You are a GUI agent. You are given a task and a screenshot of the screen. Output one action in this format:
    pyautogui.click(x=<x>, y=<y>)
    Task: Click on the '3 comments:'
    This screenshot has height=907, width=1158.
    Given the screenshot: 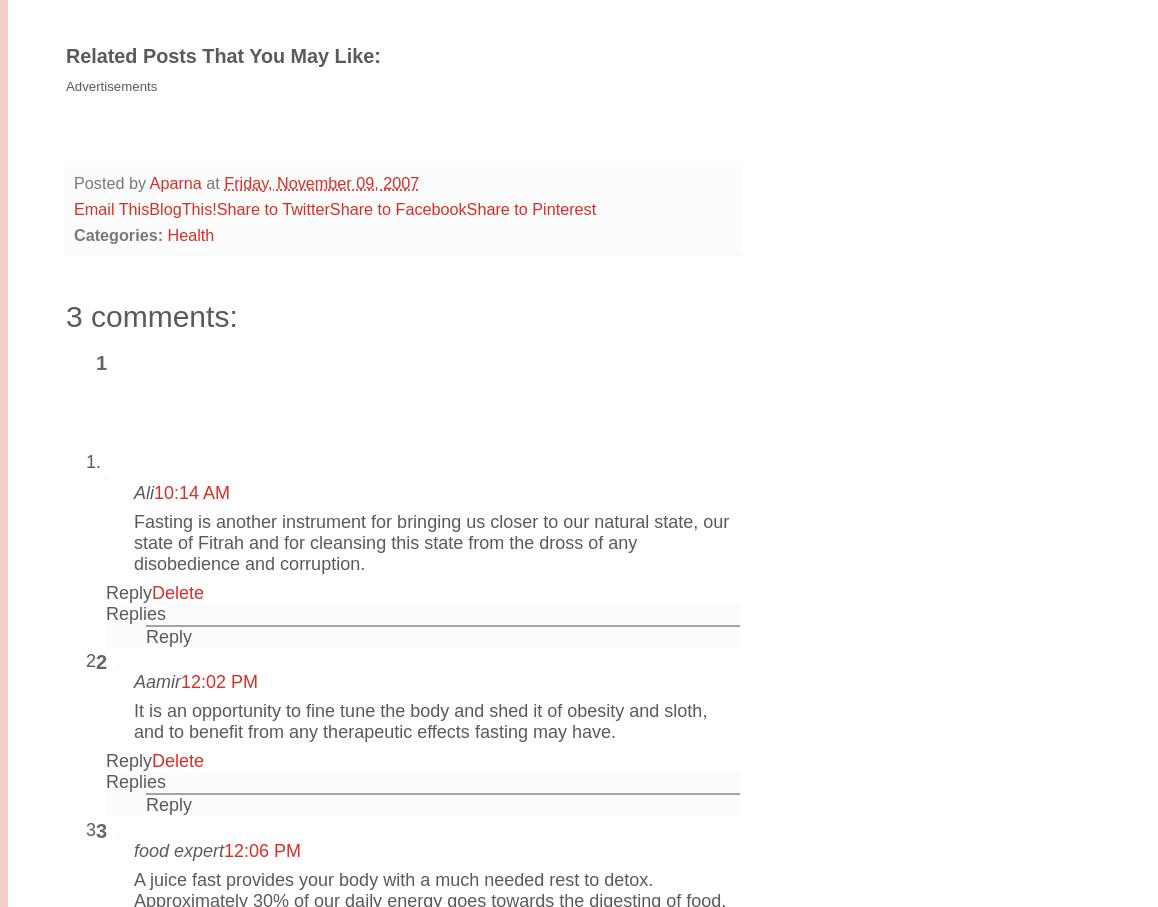 What is the action you would take?
    pyautogui.click(x=66, y=315)
    